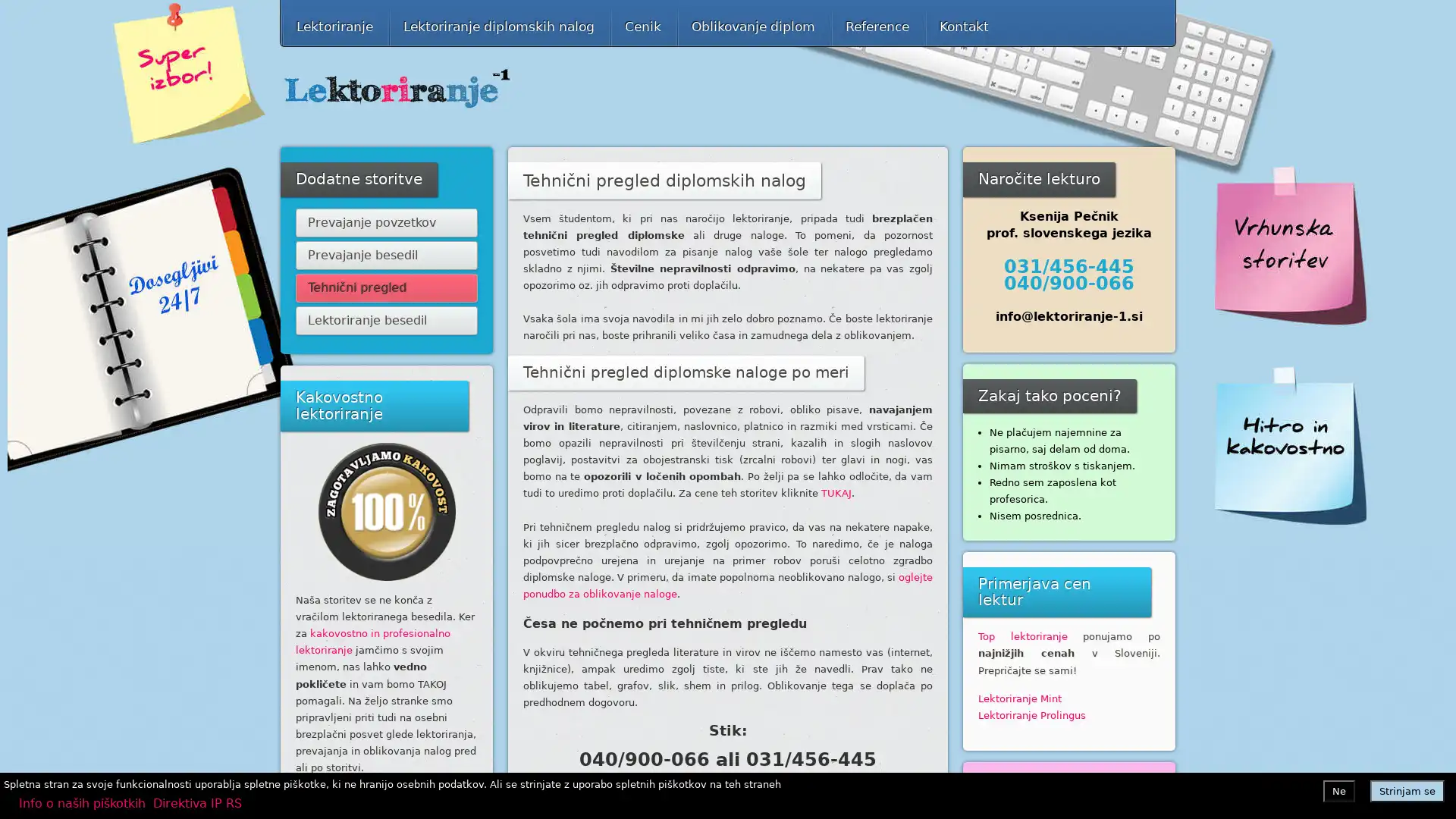  What do you see at coordinates (1339, 789) in the screenshot?
I see `Ne` at bounding box center [1339, 789].